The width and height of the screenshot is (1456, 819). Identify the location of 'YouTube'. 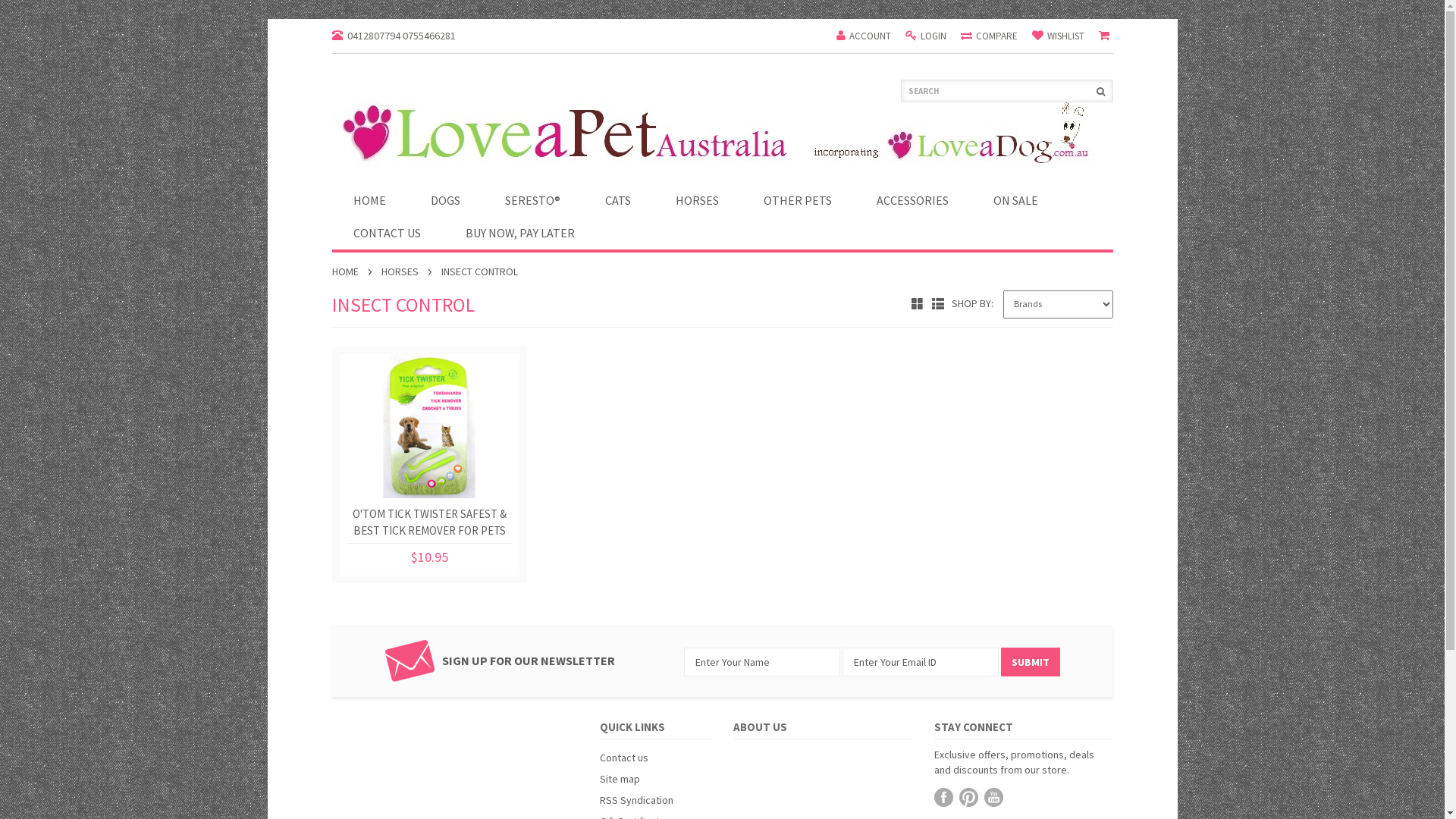
(993, 796).